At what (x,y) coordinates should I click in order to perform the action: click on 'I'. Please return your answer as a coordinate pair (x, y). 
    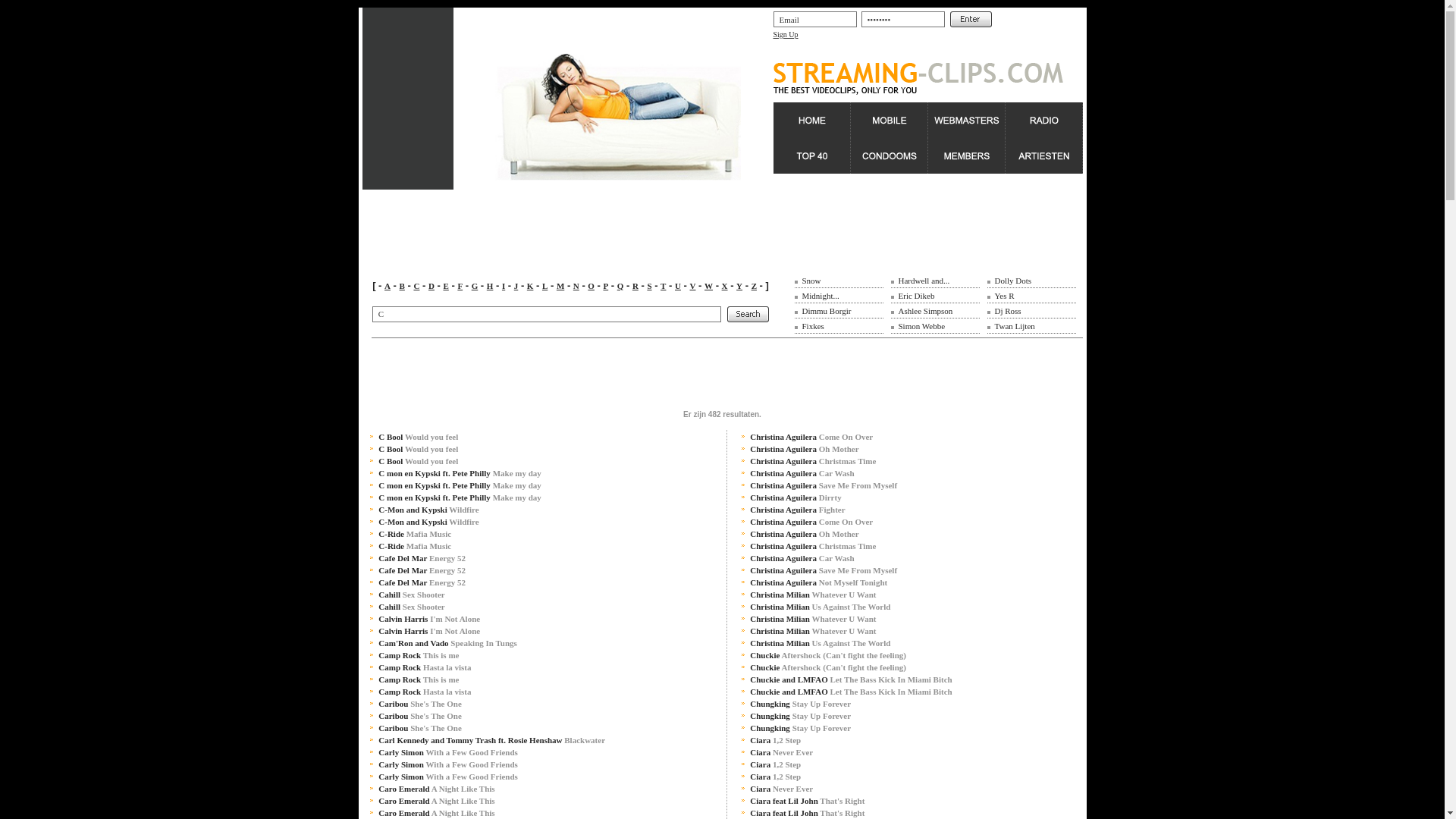
    Looking at the image, I should click on (502, 286).